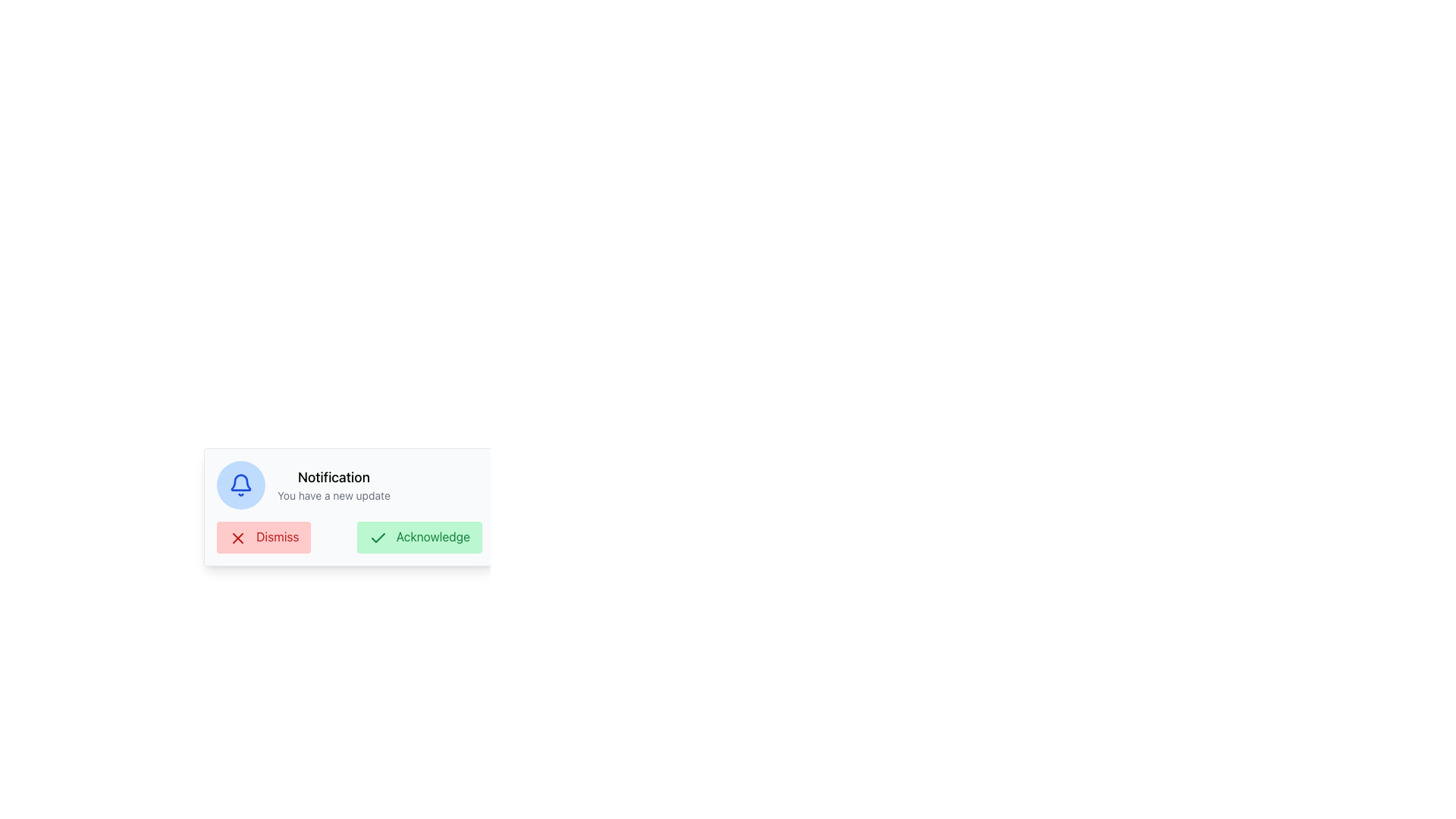 Image resolution: width=1456 pixels, height=819 pixels. Describe the element at coordinates (348, 485) in the screenshot. I see `the notification message text that displays 'Notification' and 'You have a new update' for further interaction or contextual information` at that location.